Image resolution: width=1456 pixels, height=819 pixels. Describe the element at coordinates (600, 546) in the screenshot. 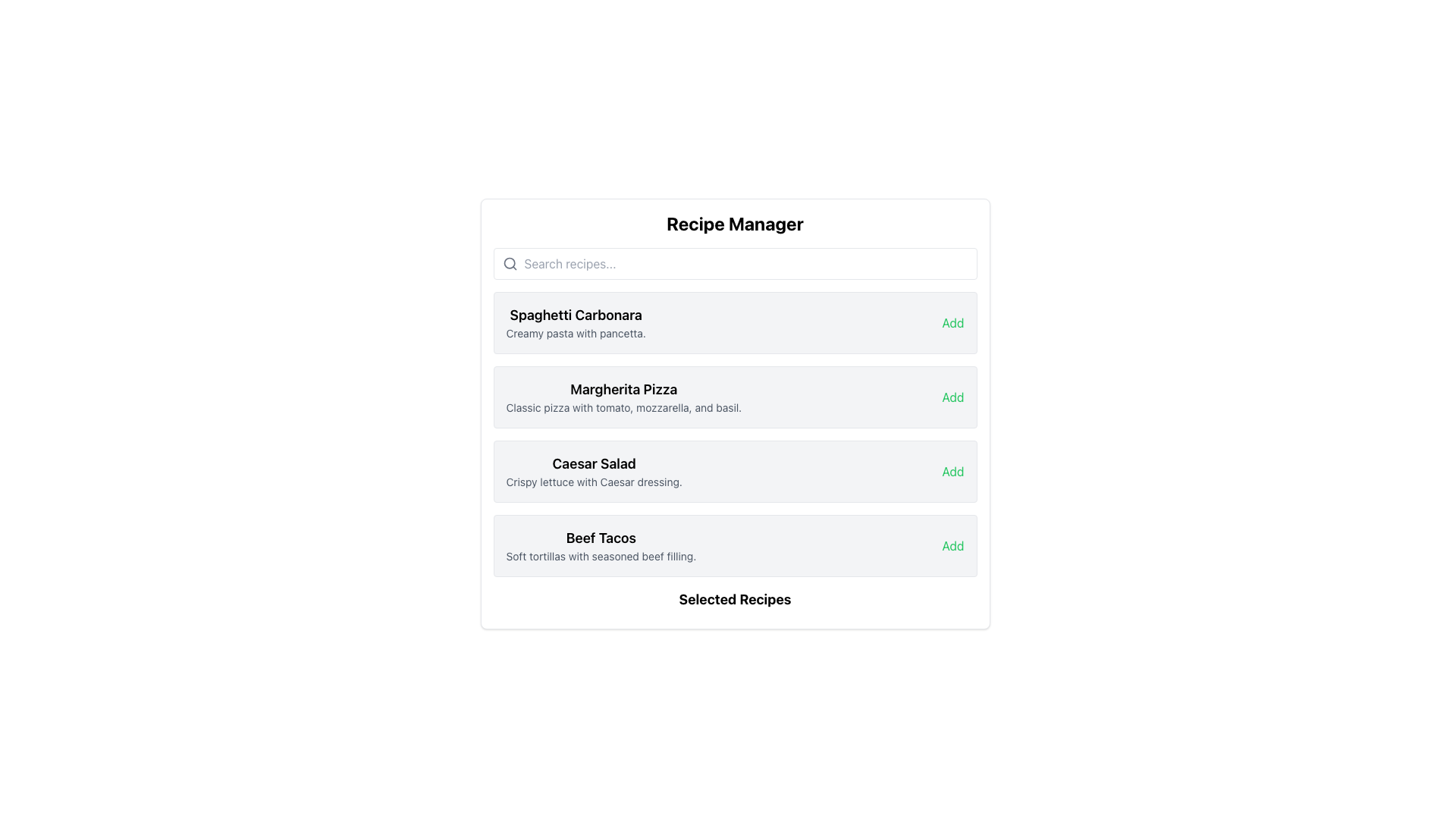

I see `the text display element that describes the recipe item 'Beef Tacos', which is the fourth item in a vertical list of recipe items` at that location.